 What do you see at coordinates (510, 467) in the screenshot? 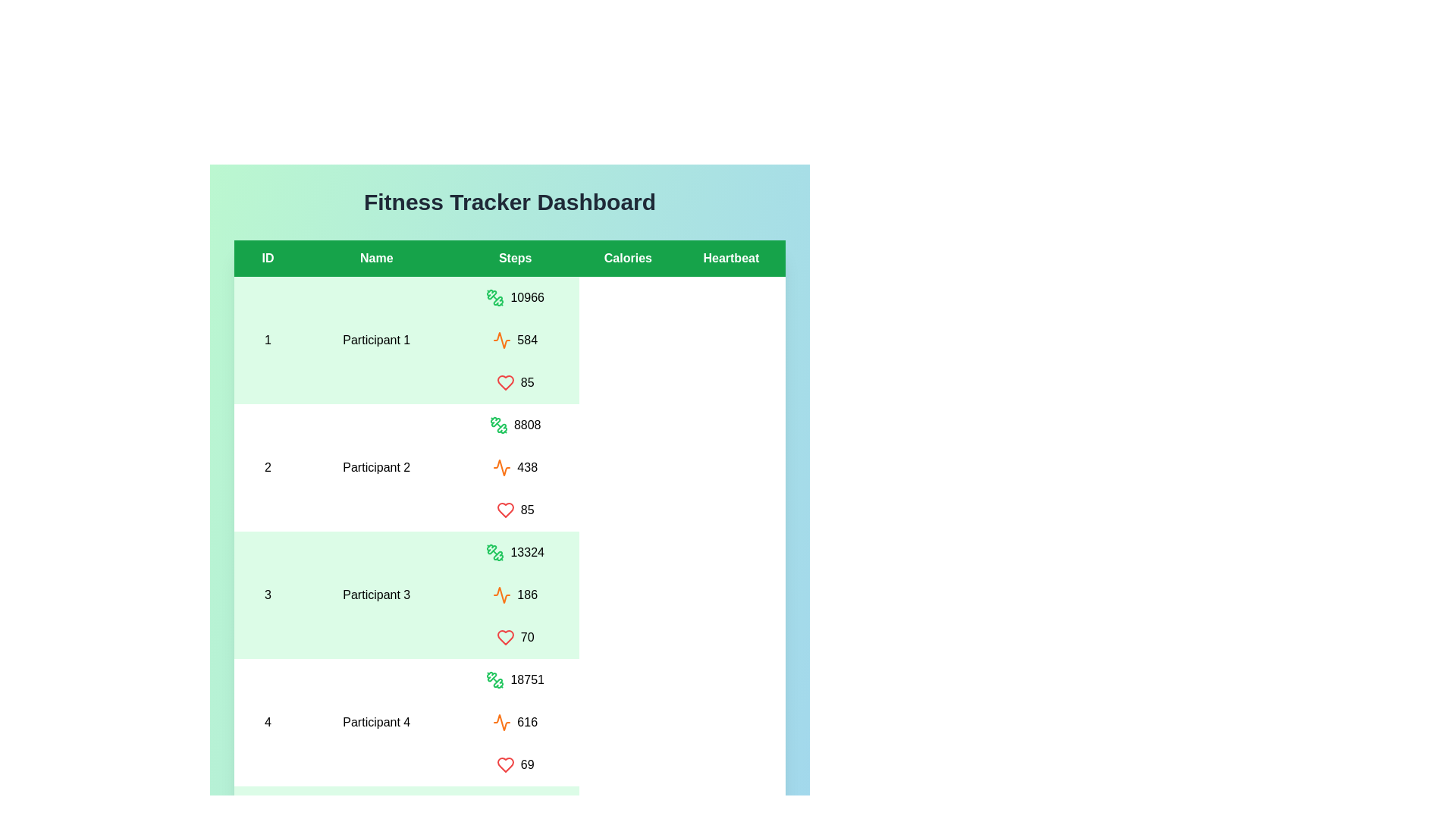
I see `the row corresponding to participant 2` at bounding box center [510, 467].